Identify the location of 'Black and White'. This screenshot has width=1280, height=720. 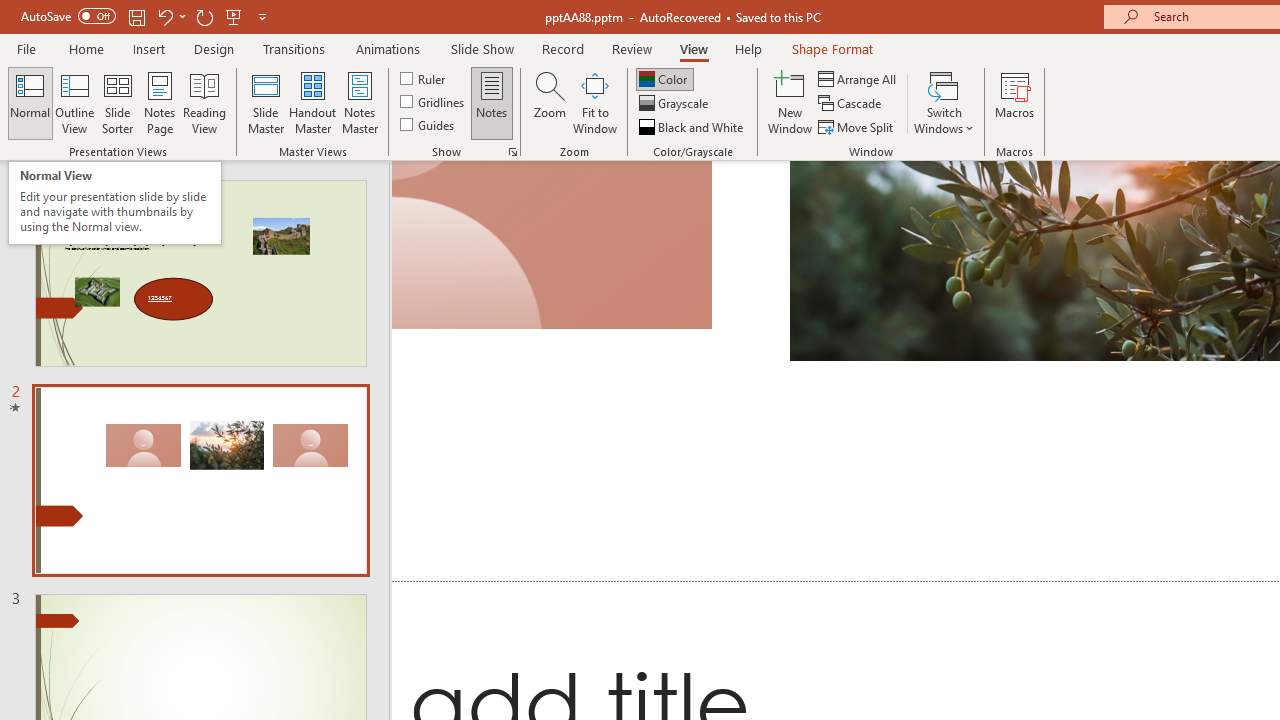
(693, 127).